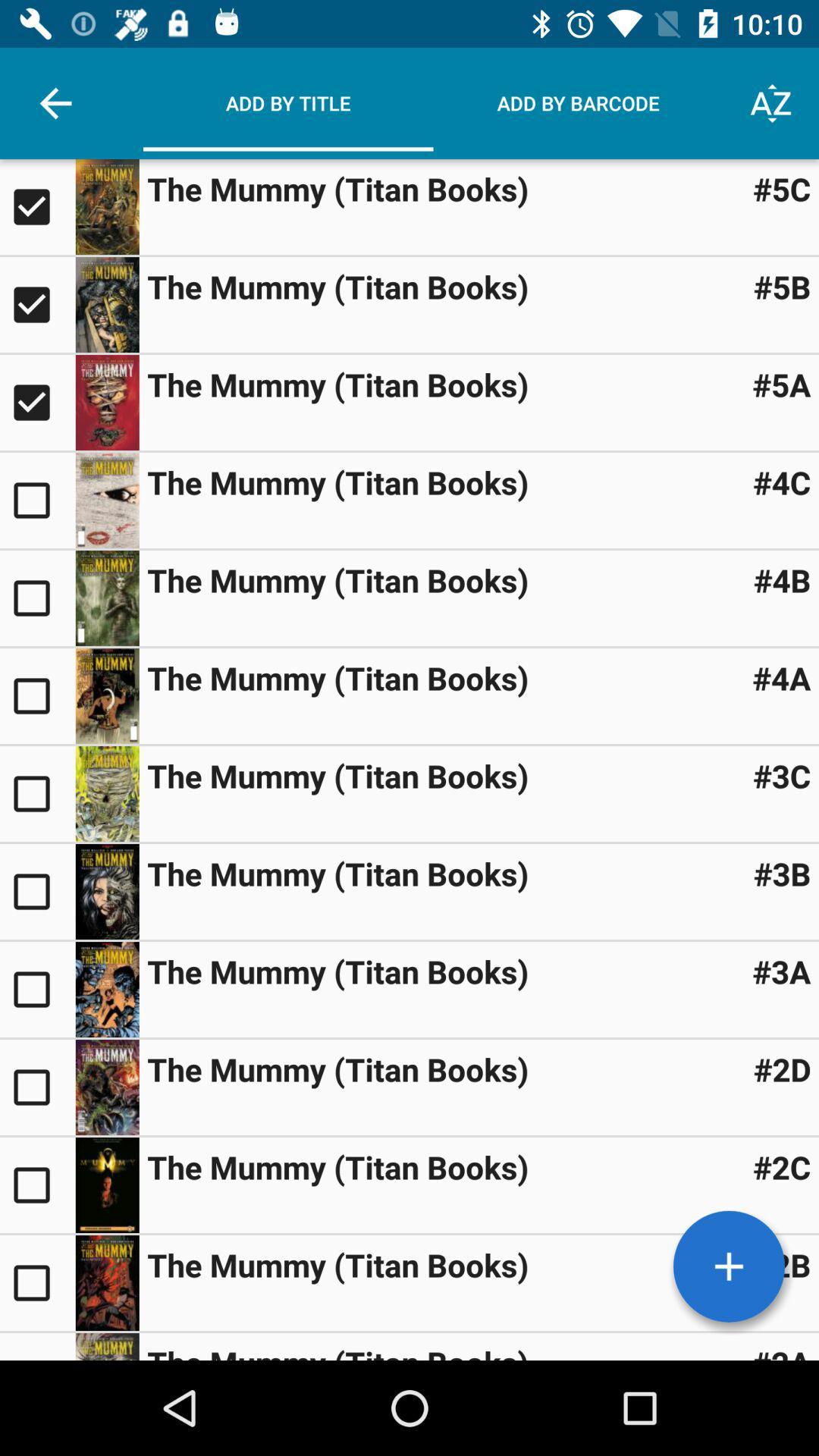 The width and height of the screenshot is (819, 1456). Describe the element at coordinates (782, 287) in the screenshot. I see `#5b` at that location.